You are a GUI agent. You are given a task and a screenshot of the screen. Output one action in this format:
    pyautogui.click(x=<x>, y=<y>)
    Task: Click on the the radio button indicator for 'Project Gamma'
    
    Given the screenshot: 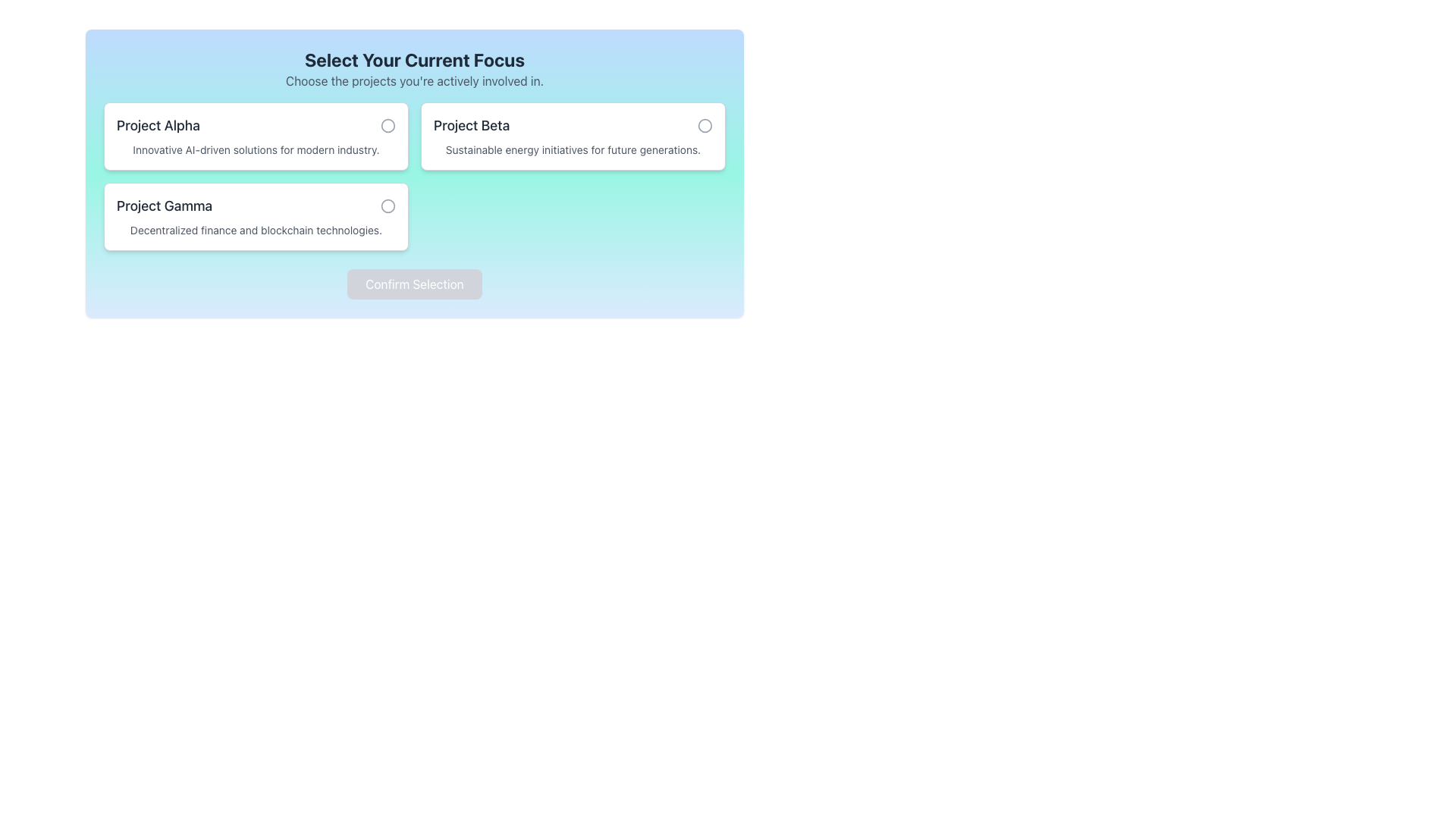 What is the action you would take?
    pyautogui.click(x=388, y=206)
    